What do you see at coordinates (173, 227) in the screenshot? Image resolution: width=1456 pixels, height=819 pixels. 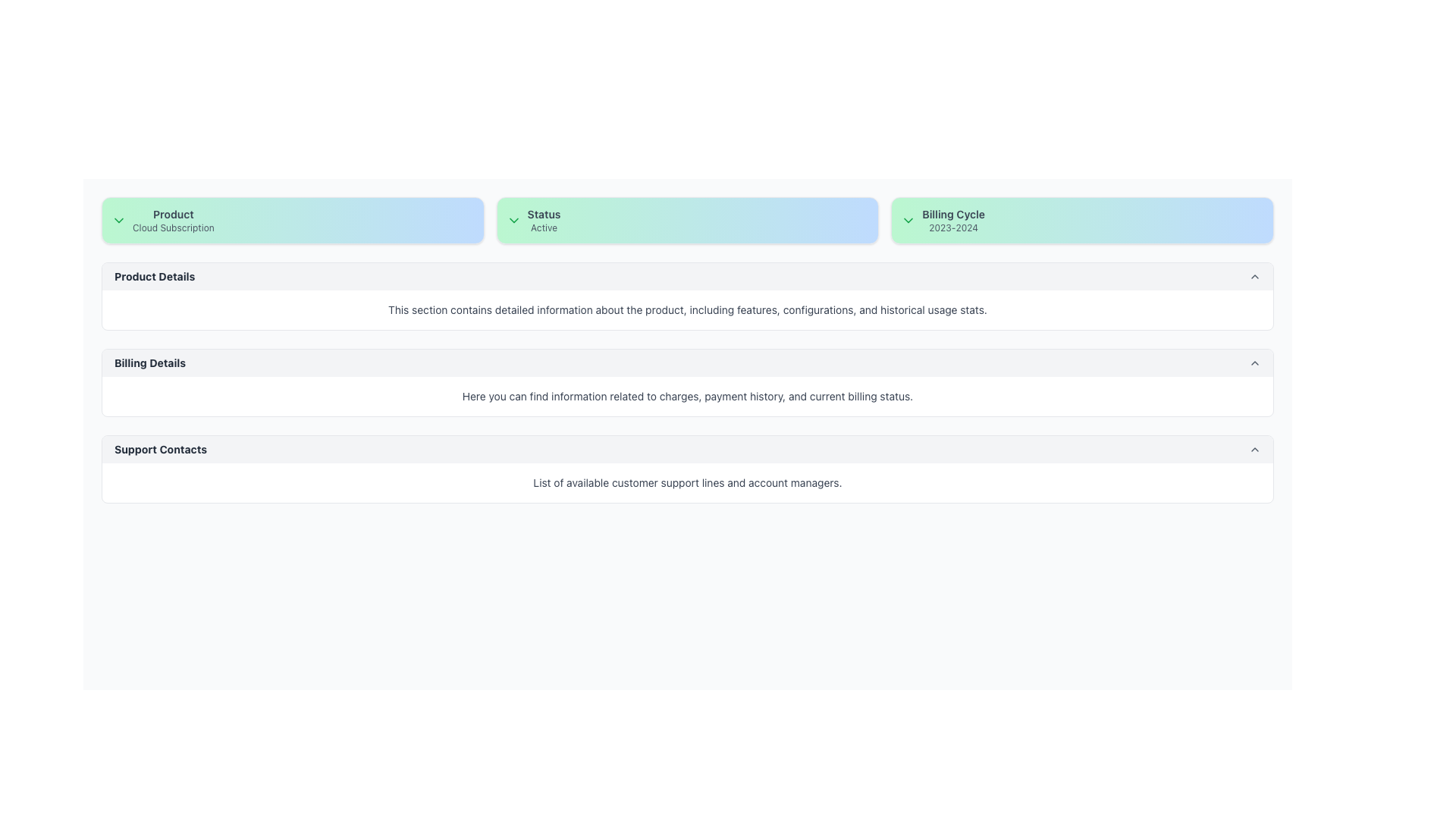 I see `the text label displaying 'Cloud Subscription', which is styled in gray and located beneath the 'Product' label in the top-left section of the interface` at bounding box center [173, 227].